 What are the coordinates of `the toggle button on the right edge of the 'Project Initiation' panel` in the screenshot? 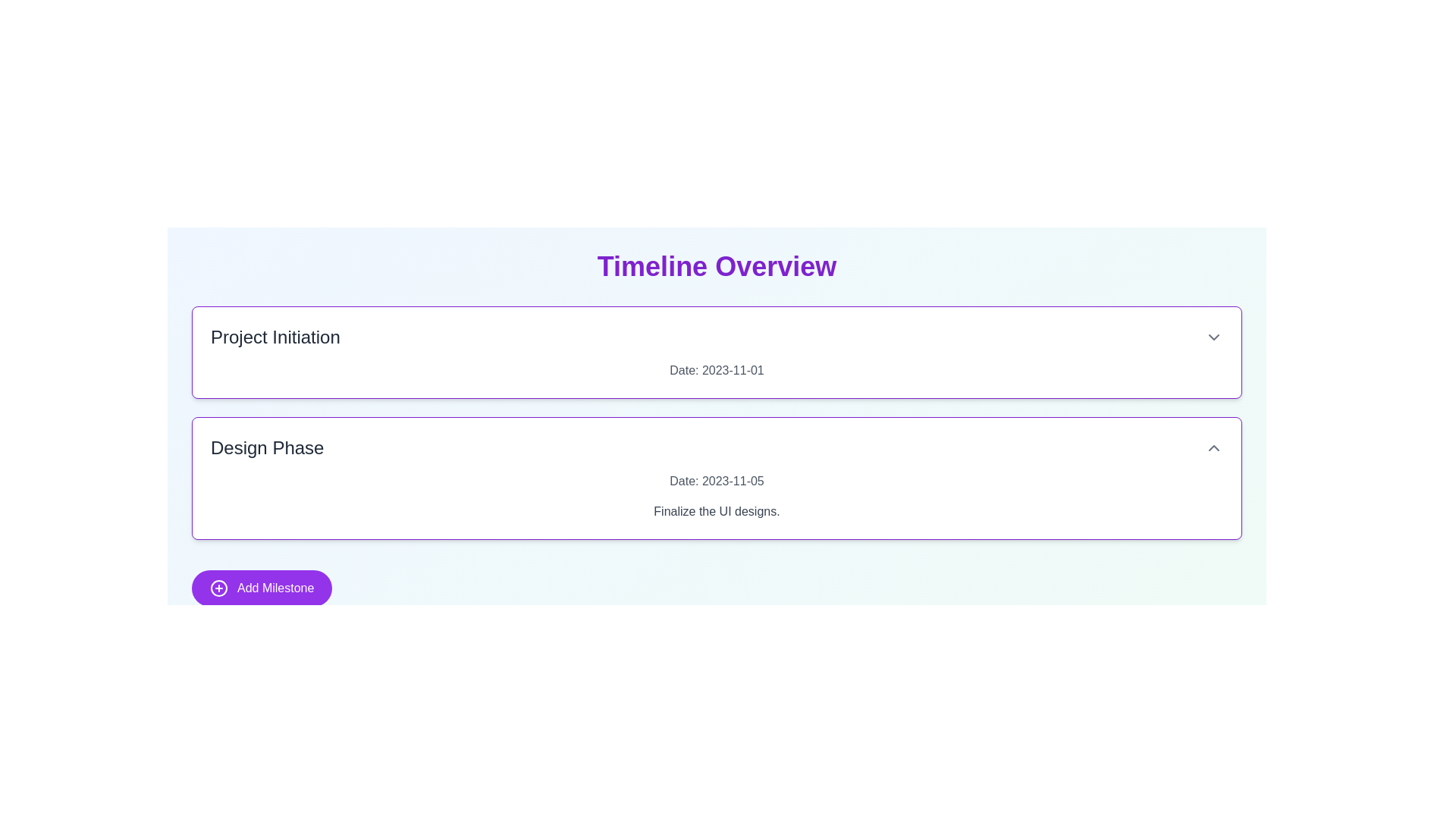 It's located at (1214, 336).